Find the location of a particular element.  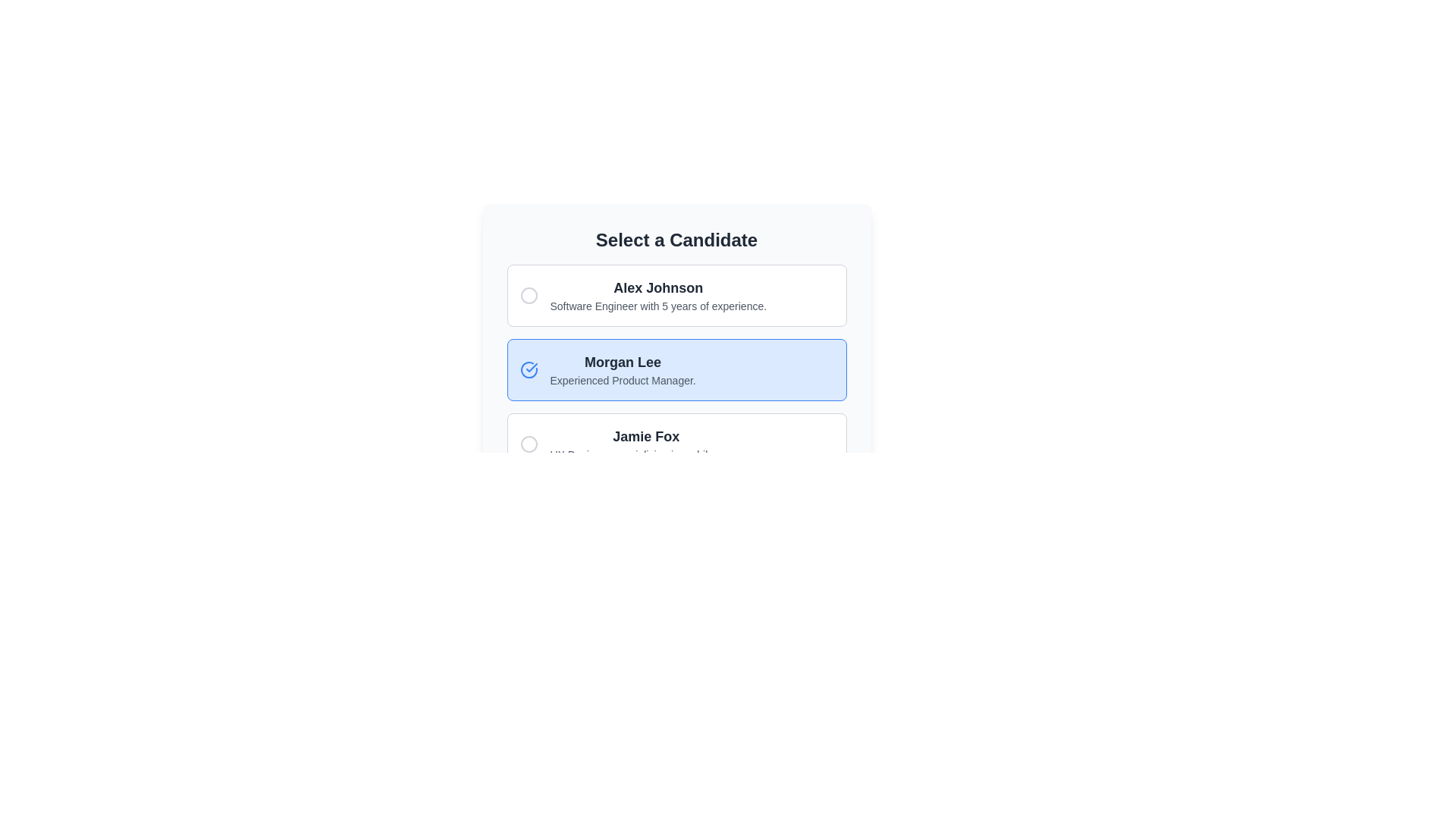

the static text element displaying 'Jamie Fox', which is bold, larger in font size, and dark gray in color, located at the top of the third option block in a vertical list layout is located at coordinates (646, 436).